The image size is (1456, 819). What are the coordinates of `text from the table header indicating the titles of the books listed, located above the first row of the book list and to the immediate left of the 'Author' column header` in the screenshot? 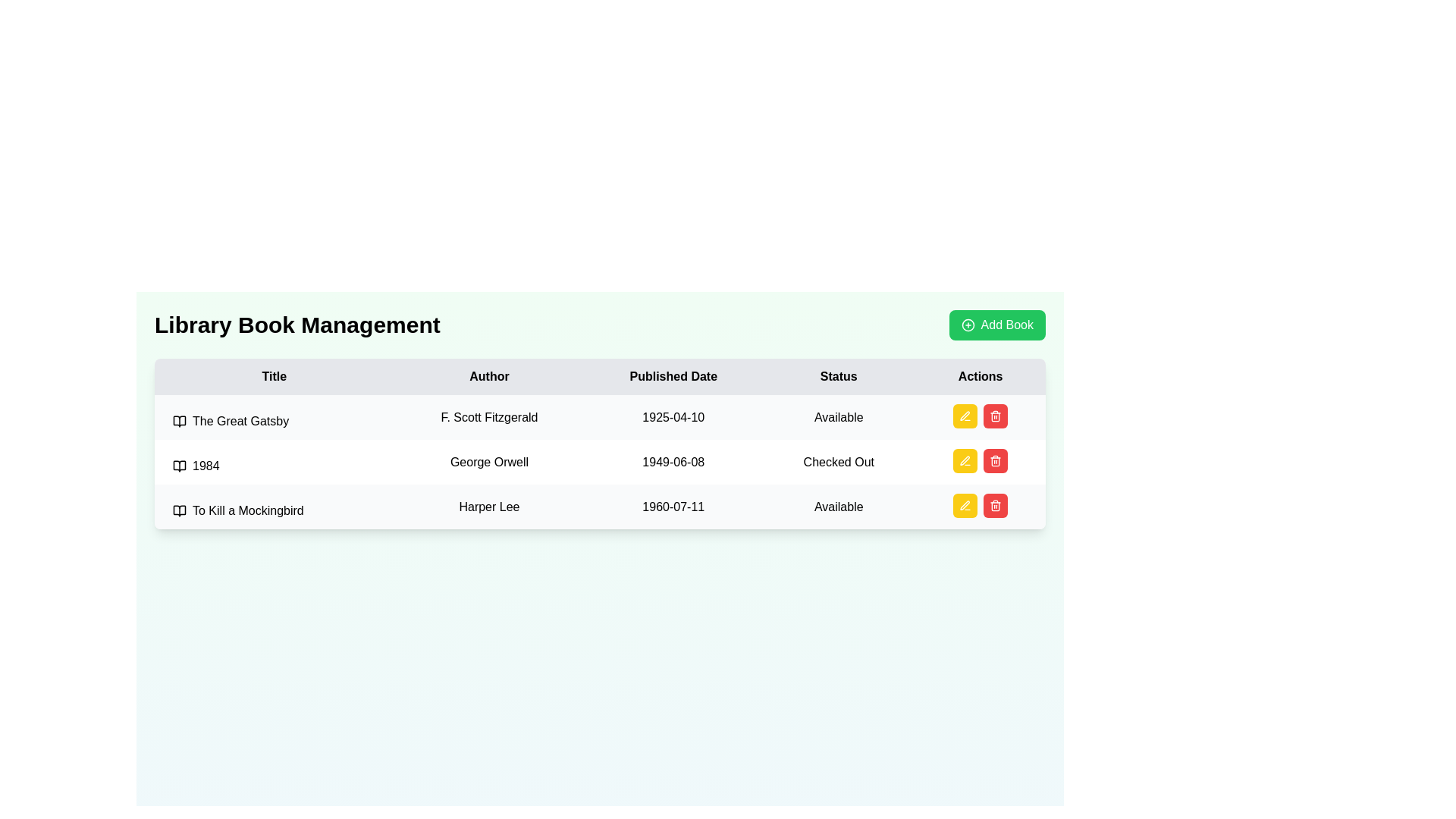 It's located at (274, 376).